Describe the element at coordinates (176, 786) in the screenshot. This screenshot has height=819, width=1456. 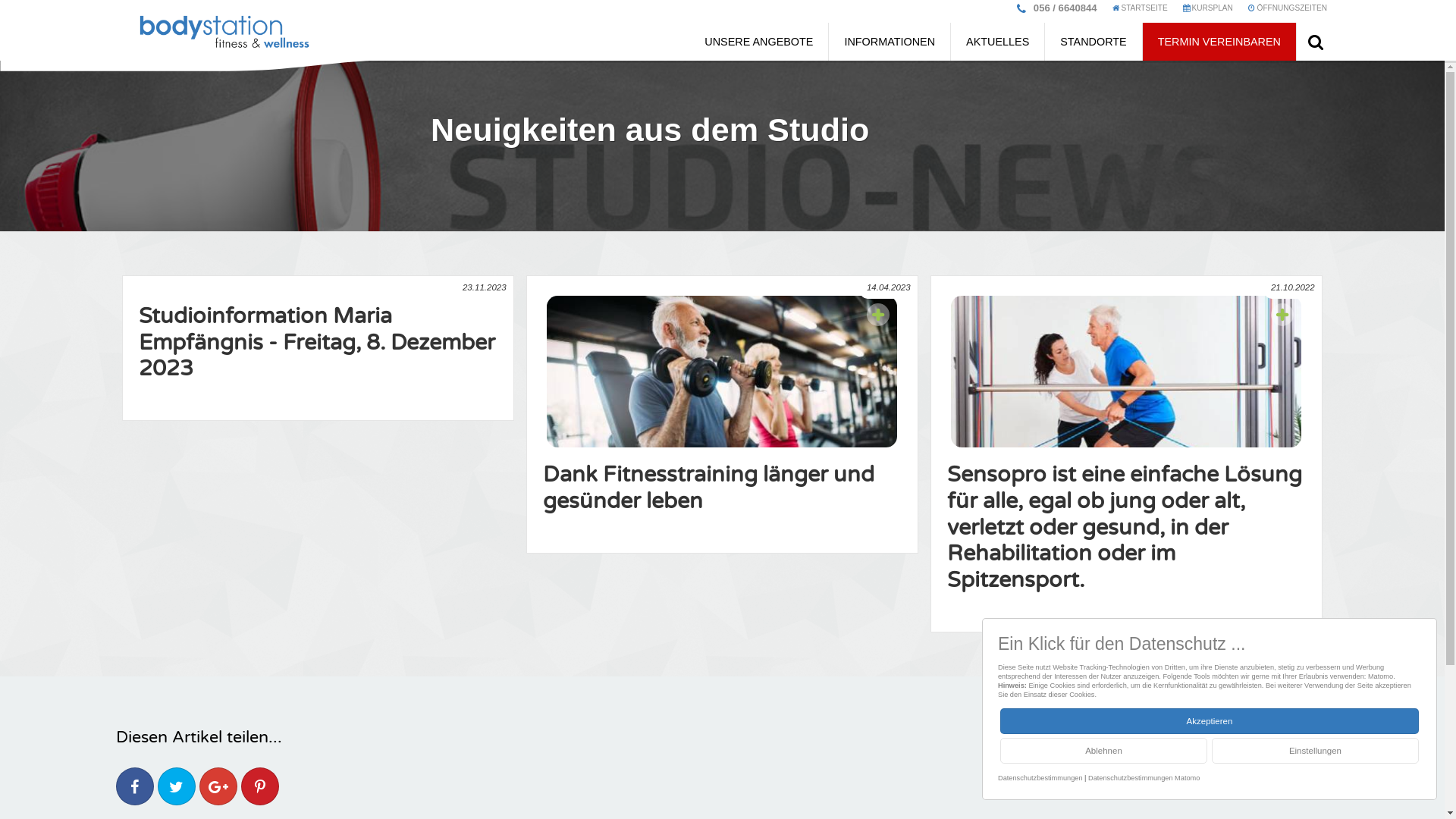
I see `'Share via Twitter'` at that location.